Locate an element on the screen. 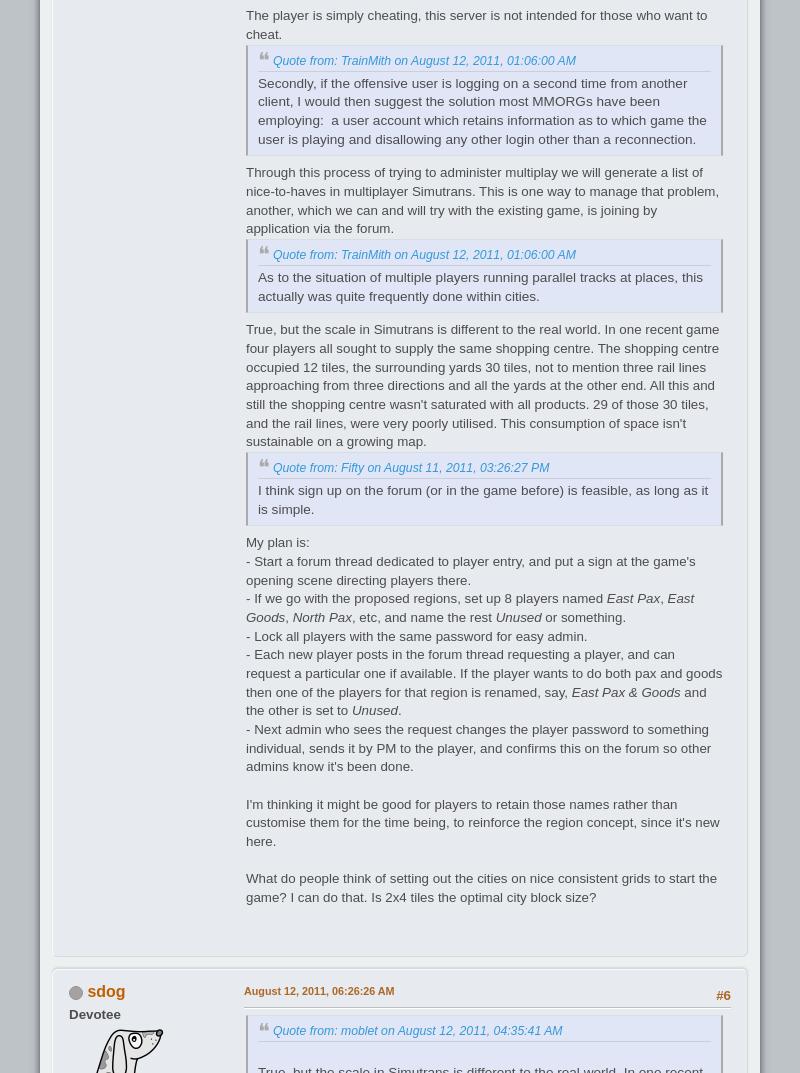  'I'm thinking it might be good for players to retain those names rather than customise them for the time being, to reinforce the region concept, since it's new here.' is located at coordinates (482, 822).